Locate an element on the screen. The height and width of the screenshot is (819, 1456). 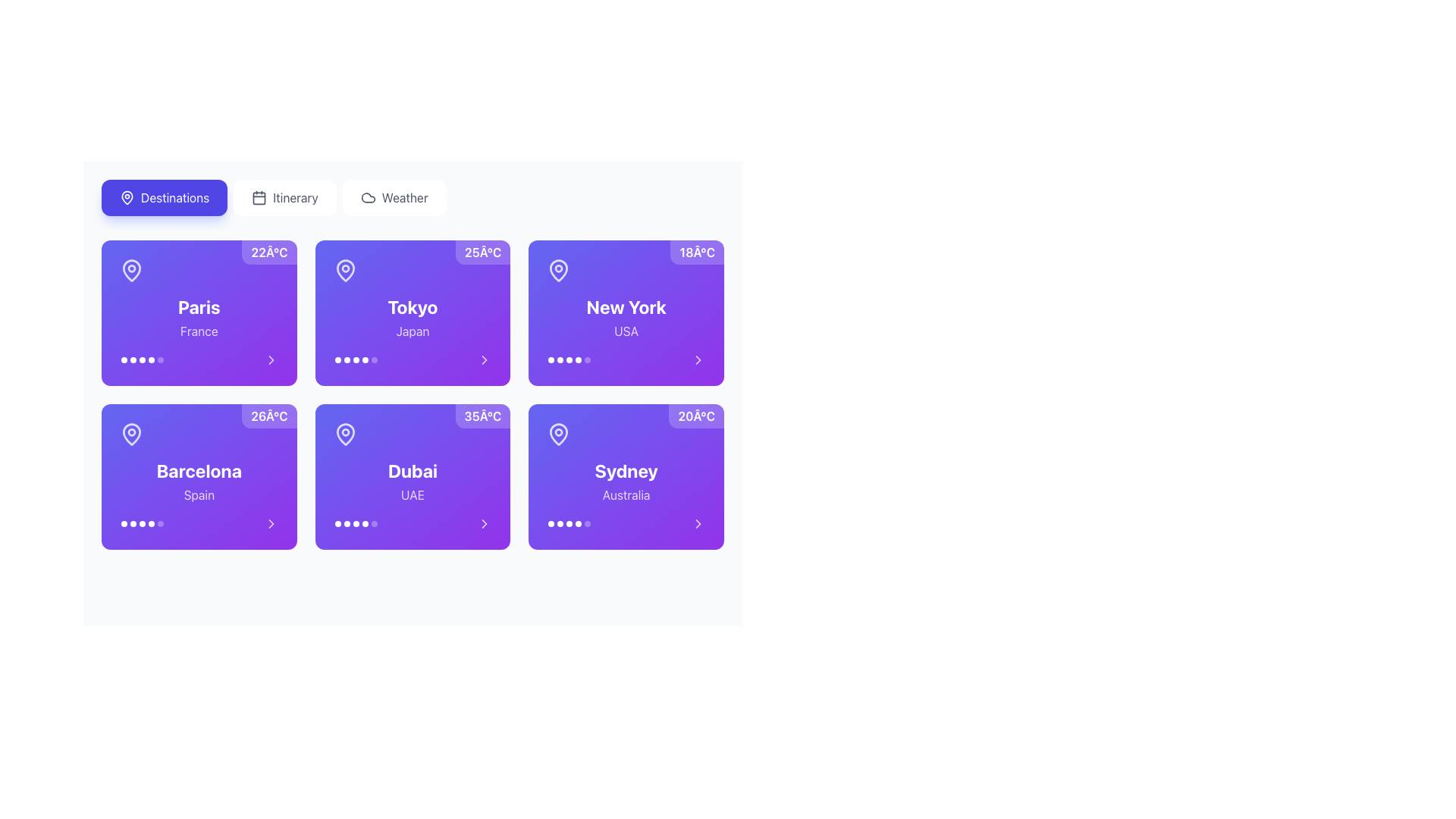
the current selection indicated by the highlighted dot in the Pagination indicator for 'Paris, France', located at the bottom center of the card is located at coordinates (142, 359).